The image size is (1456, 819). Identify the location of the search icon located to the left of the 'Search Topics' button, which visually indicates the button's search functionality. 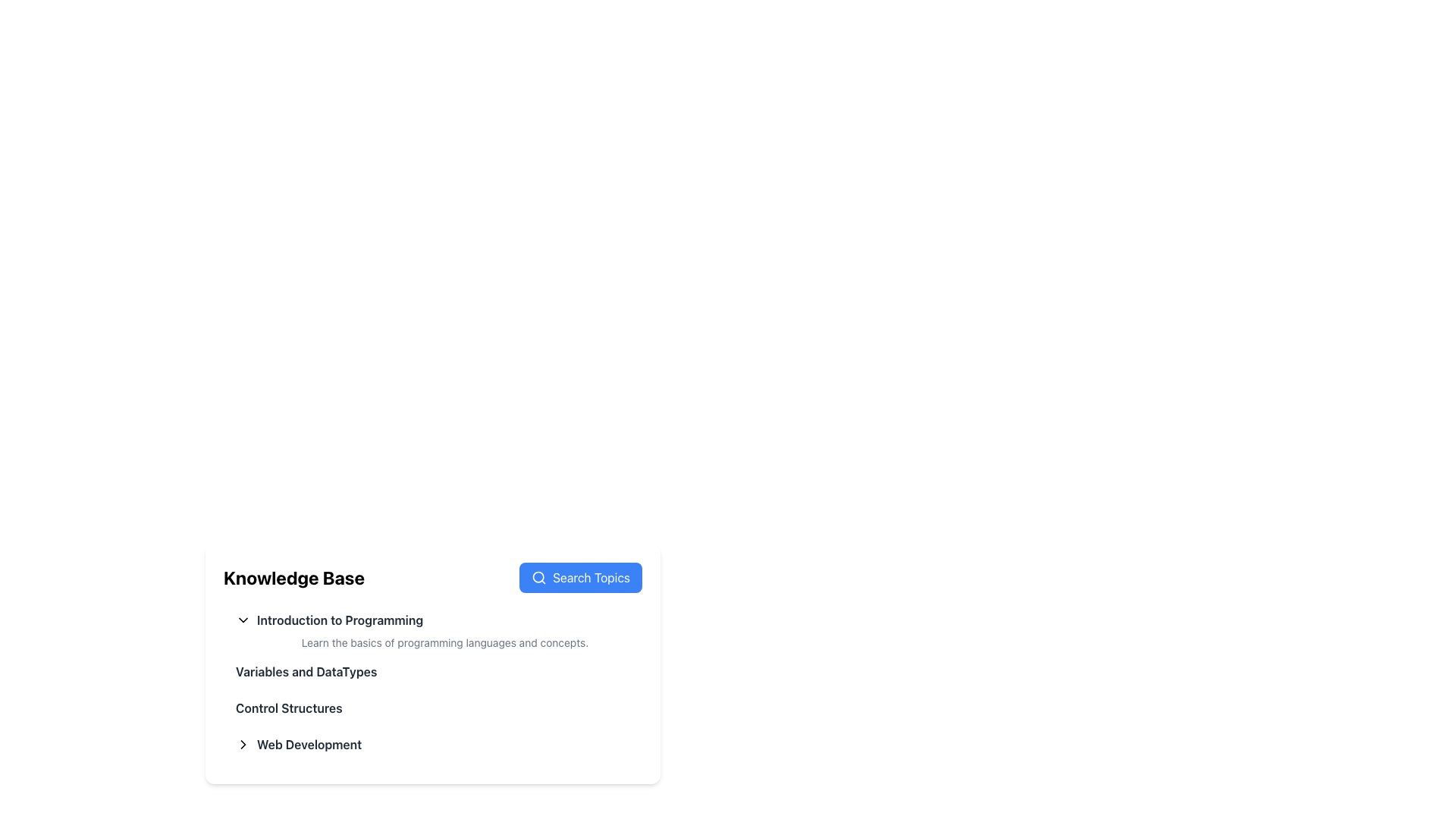
(539, 578).